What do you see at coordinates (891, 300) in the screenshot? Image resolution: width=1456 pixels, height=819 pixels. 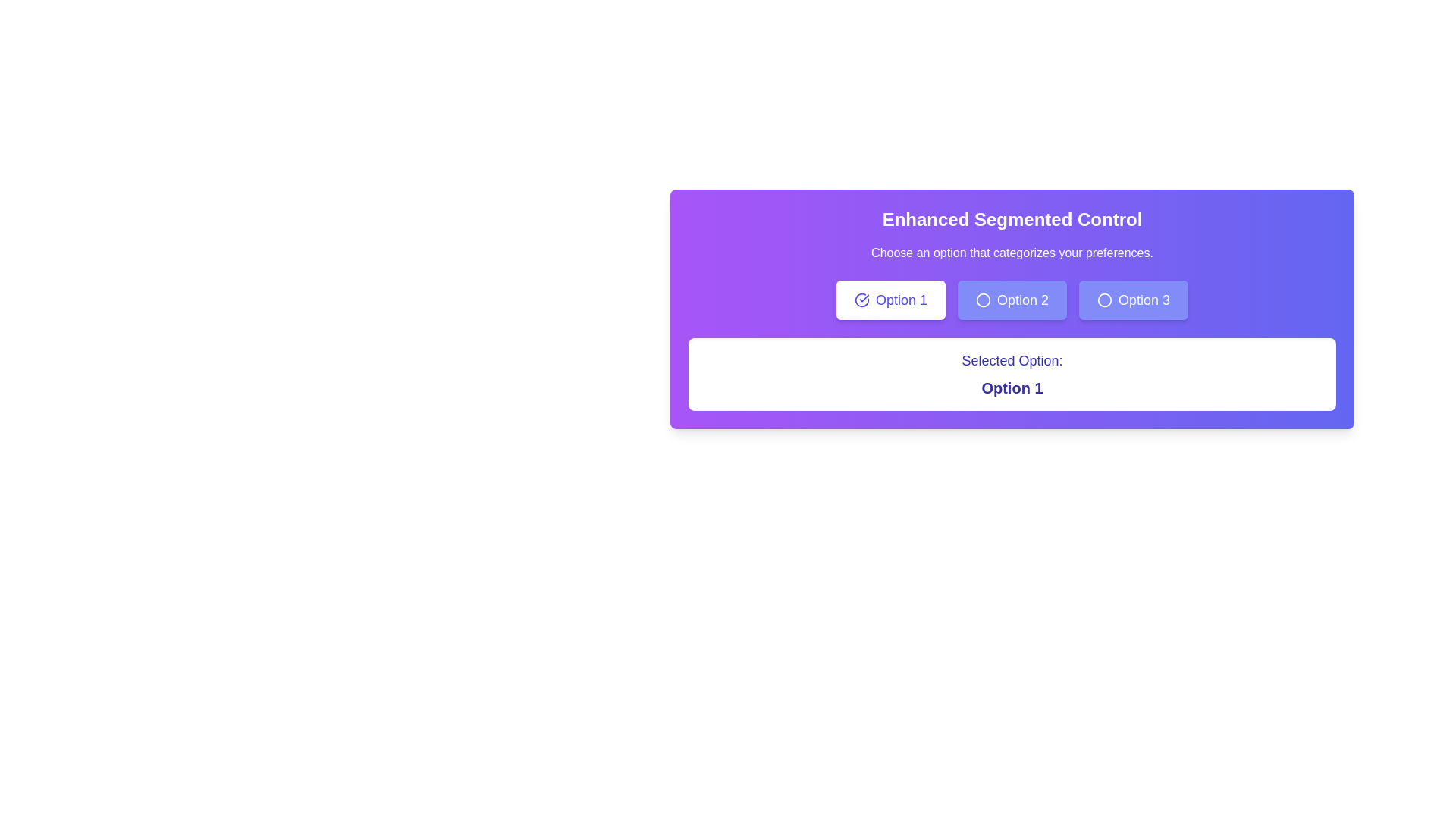 I see `the first button in the segmented control labeled 'Option 1'` at bounding box center [891, 300].